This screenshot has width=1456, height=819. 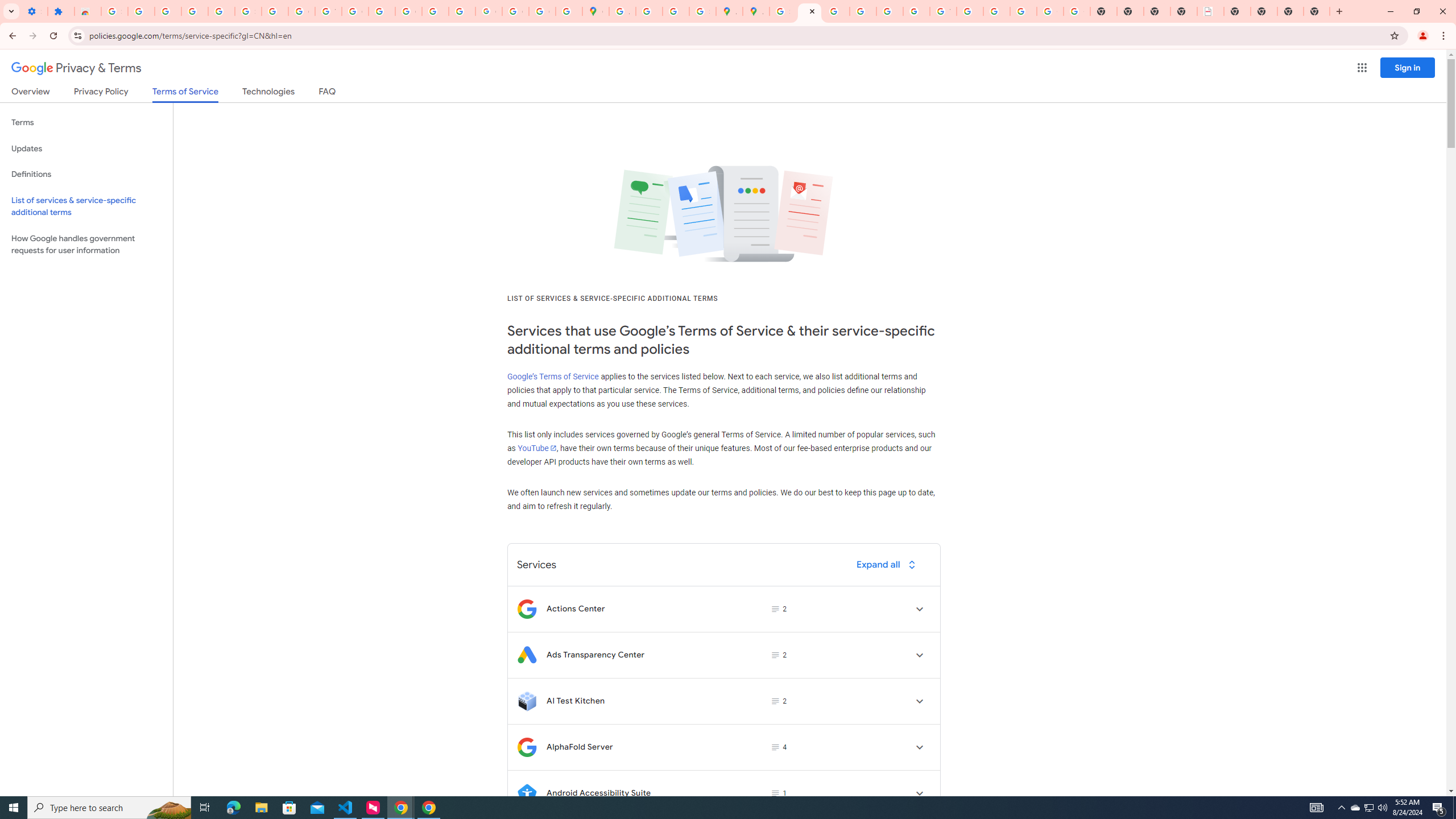 What do you see at coordinates (526, 747) in the screenshot?
I see `'Logo for AlphaFold Server'` at bounding box center [526, 747].